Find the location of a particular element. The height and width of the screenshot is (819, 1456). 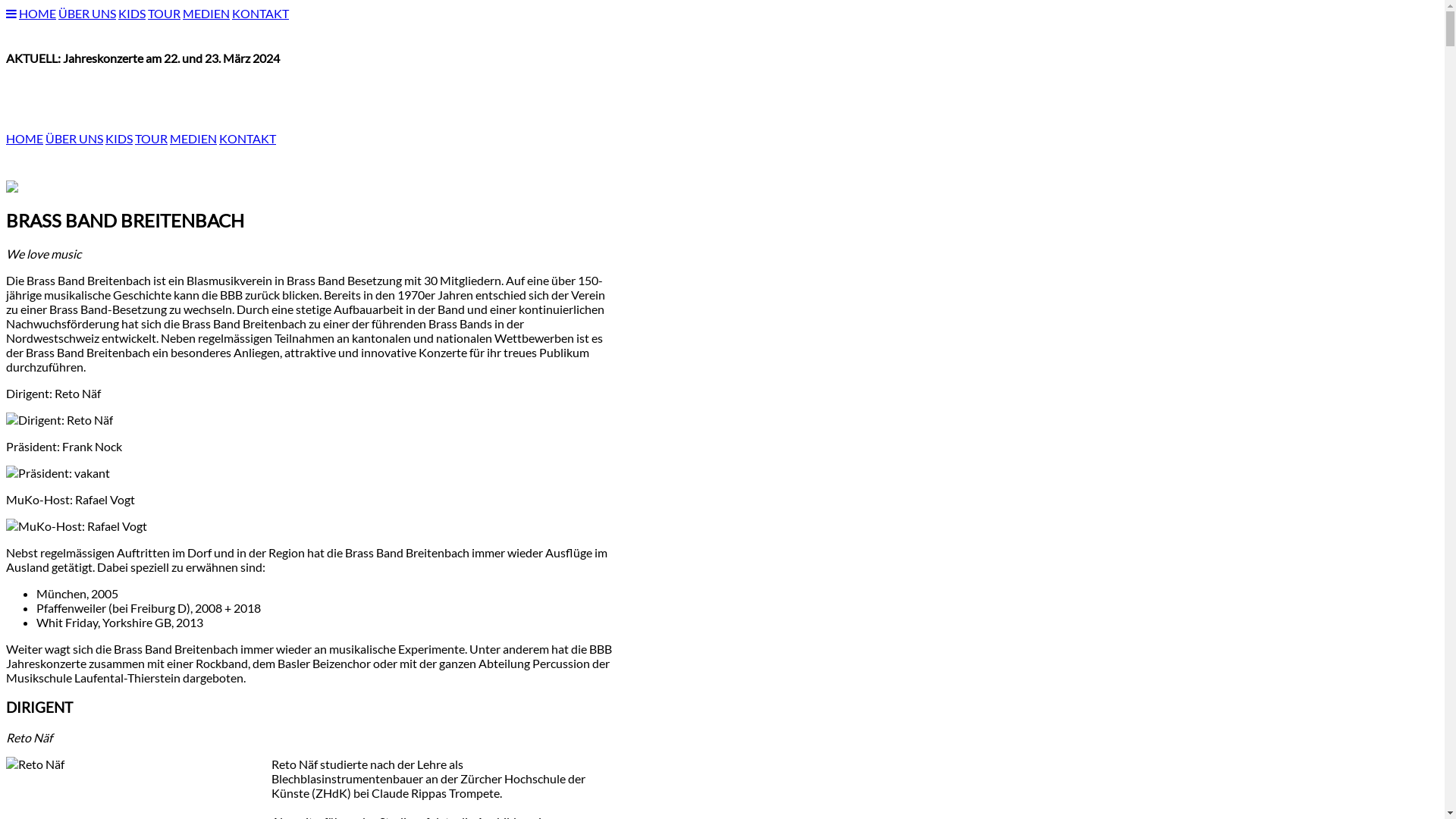

'TOUR' is located at coordinates (151, 138).